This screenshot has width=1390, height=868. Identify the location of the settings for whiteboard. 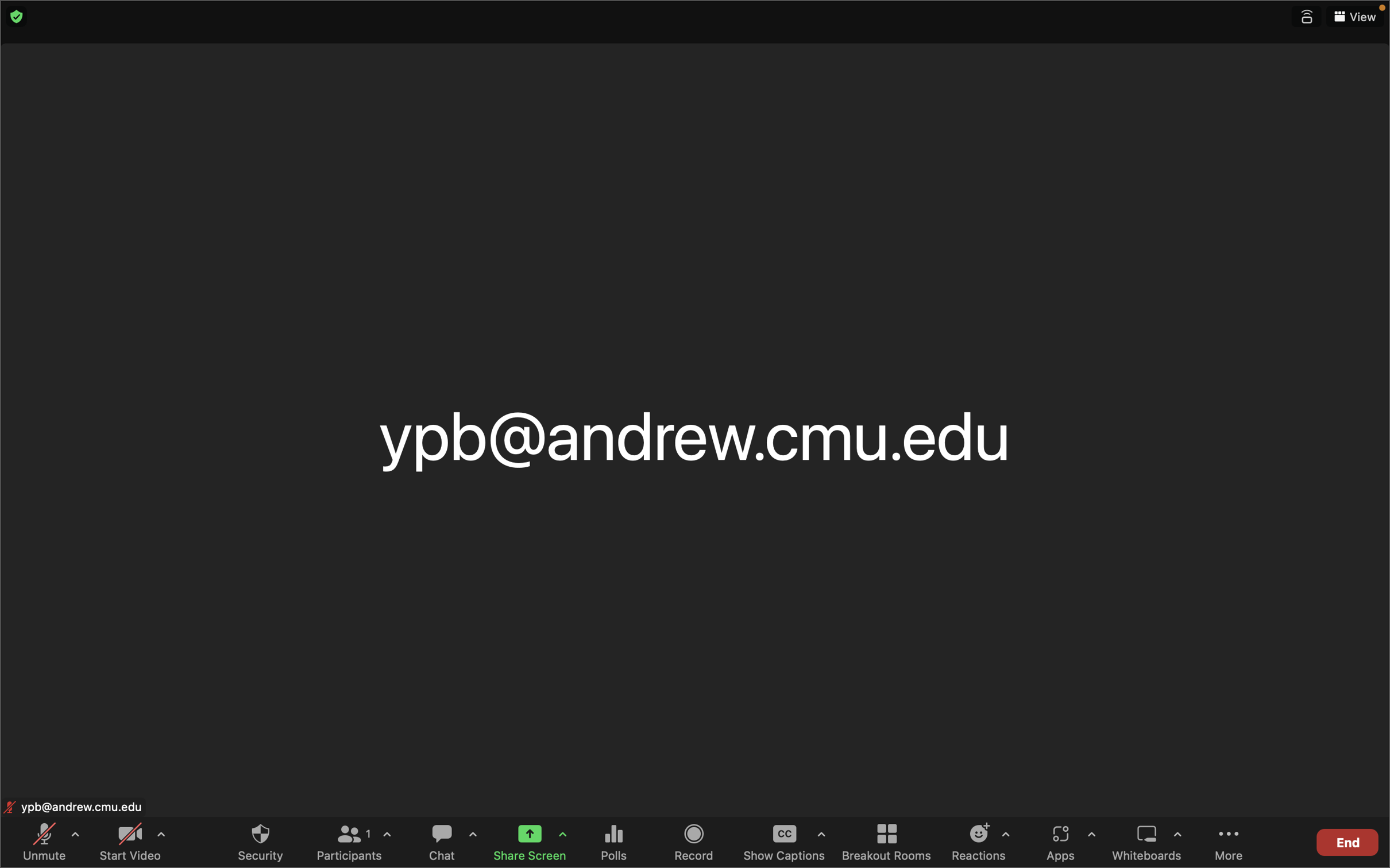
(1177, 842).